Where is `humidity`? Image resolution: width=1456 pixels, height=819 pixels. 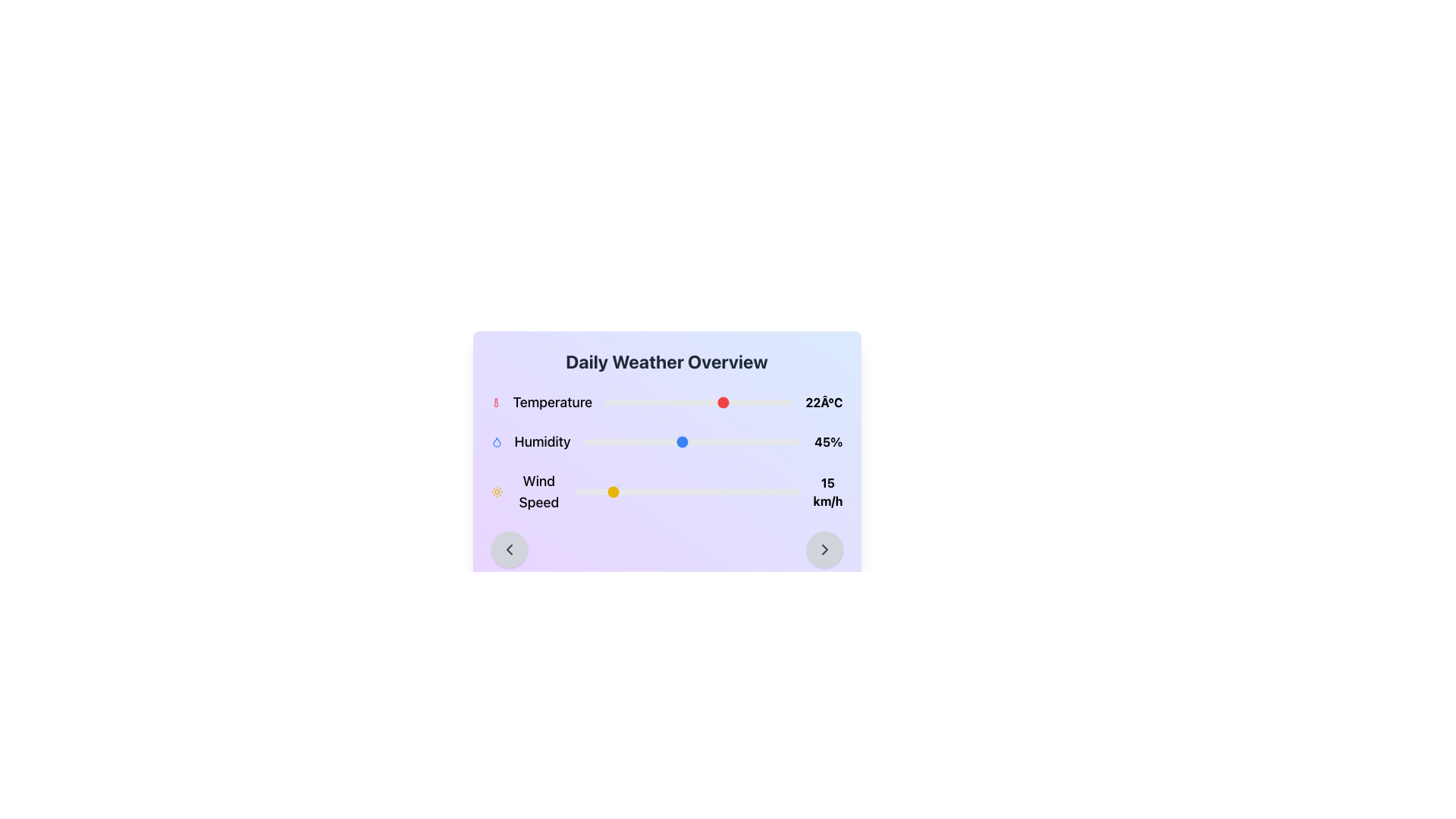
humidity is located at coordinates (618, 441).